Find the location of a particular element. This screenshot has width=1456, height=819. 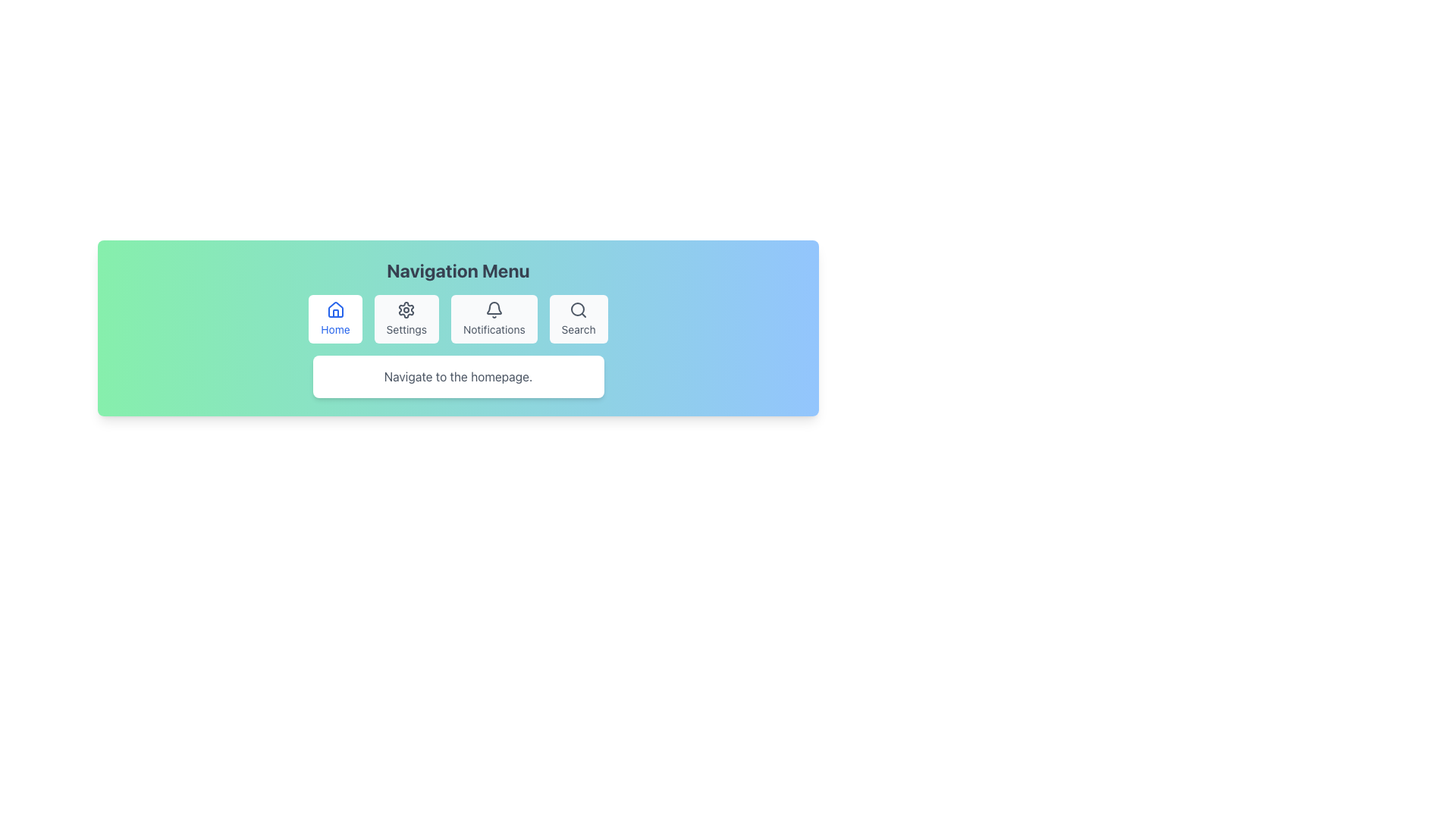

the fourth button in the horizontal navigation bar is located at coordinates (578, 318).